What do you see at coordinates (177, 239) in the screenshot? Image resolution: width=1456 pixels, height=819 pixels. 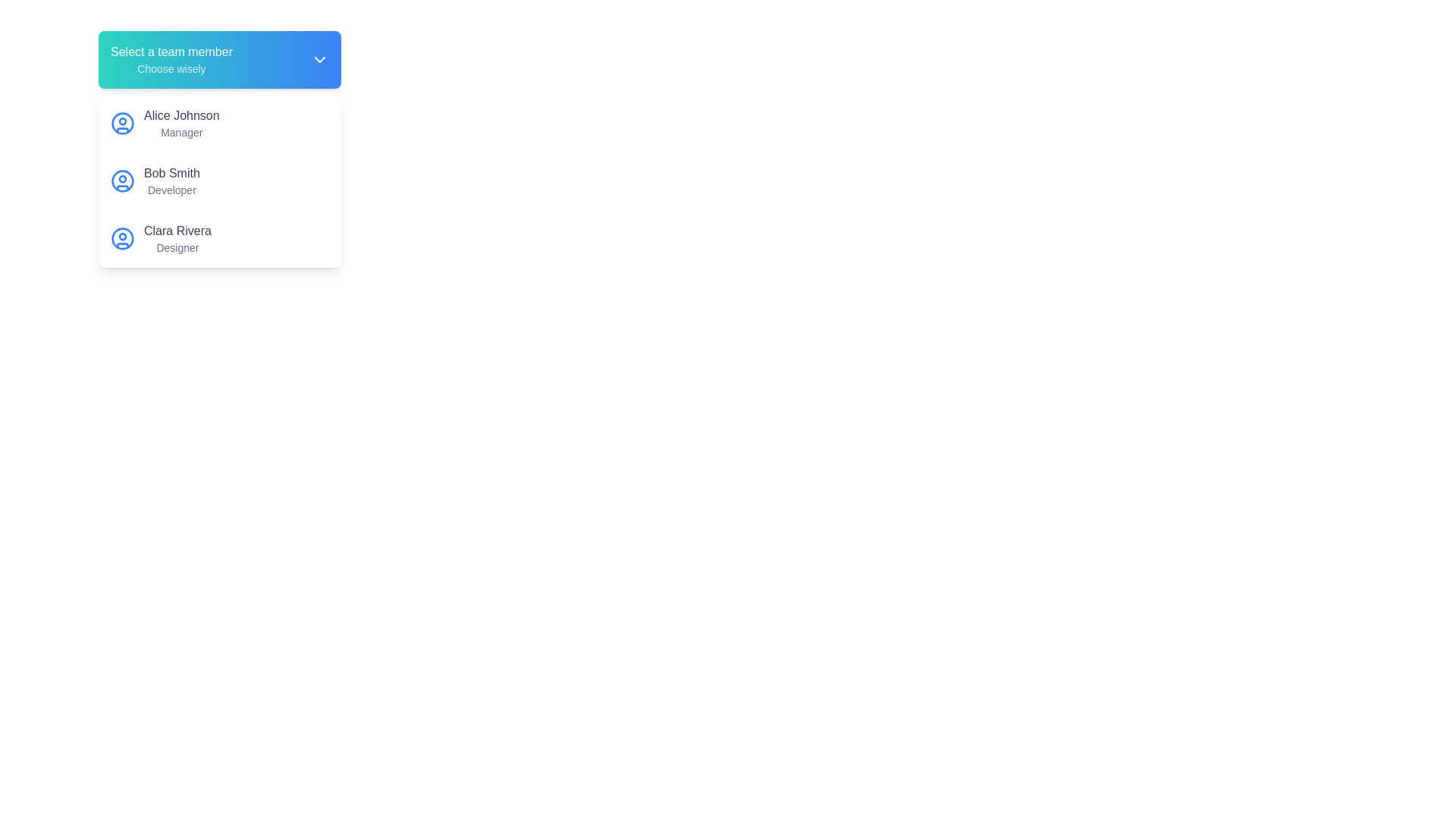 I see `the text element displaying 'Clara Rivera' and their role 'Designer', which is the third entry in the dropdown menu for selecting a team member` at bounding box center [177, 239].